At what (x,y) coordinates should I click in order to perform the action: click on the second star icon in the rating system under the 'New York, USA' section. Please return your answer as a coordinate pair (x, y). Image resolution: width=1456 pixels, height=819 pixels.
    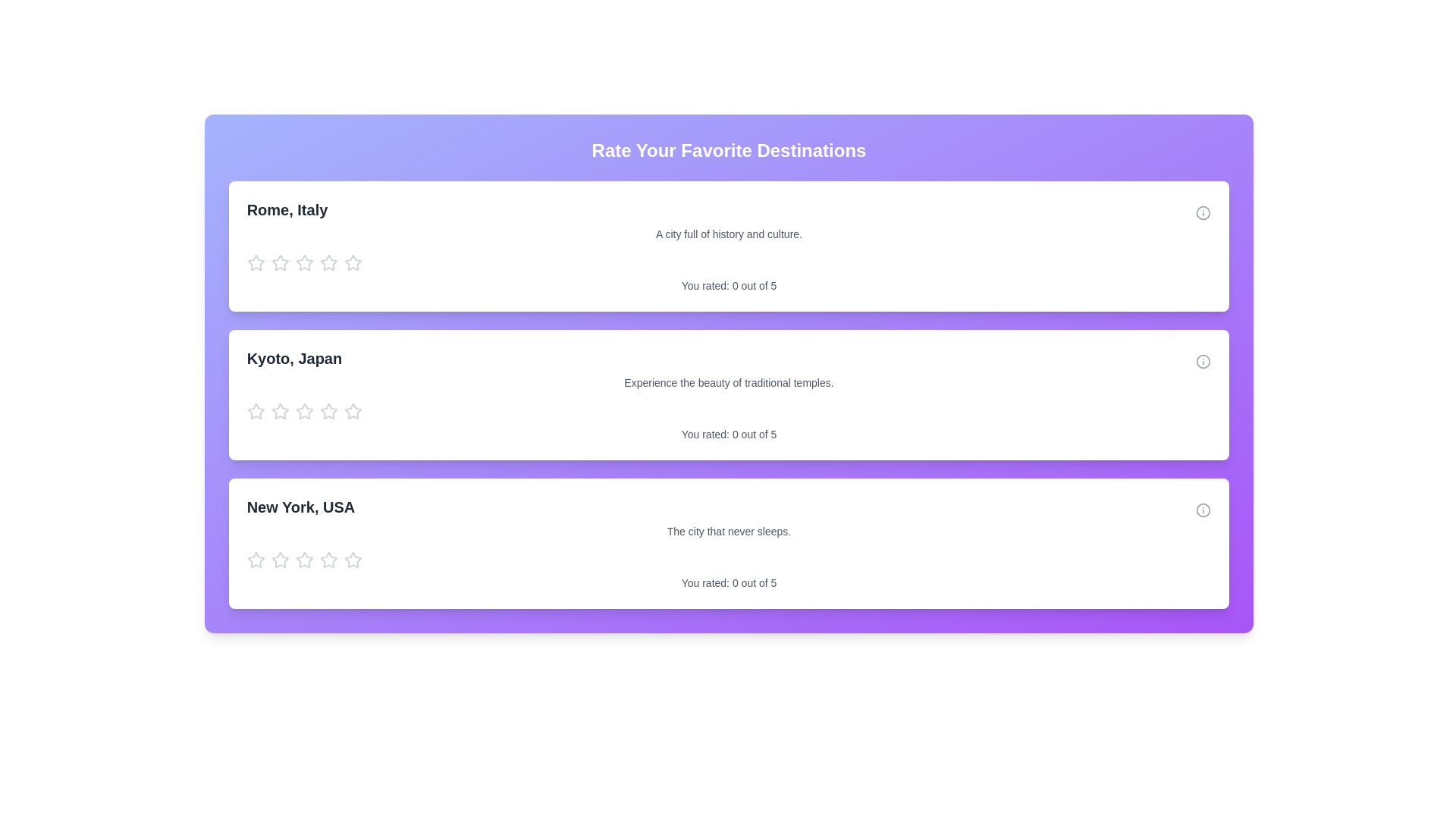
    Looking at the image, I should click on (280, 560).